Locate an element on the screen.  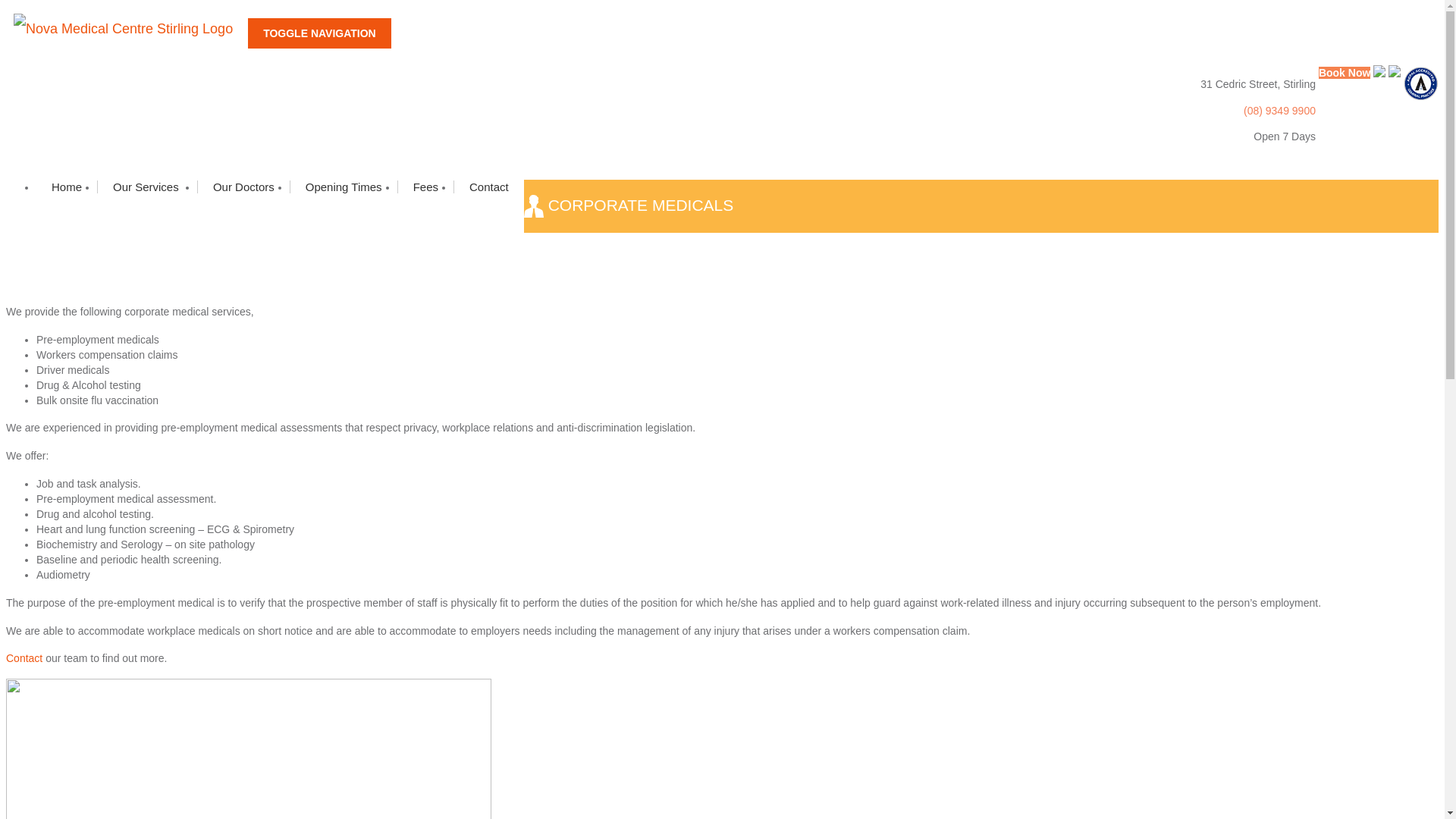
'Contact' is located at coordinates (453, 186).